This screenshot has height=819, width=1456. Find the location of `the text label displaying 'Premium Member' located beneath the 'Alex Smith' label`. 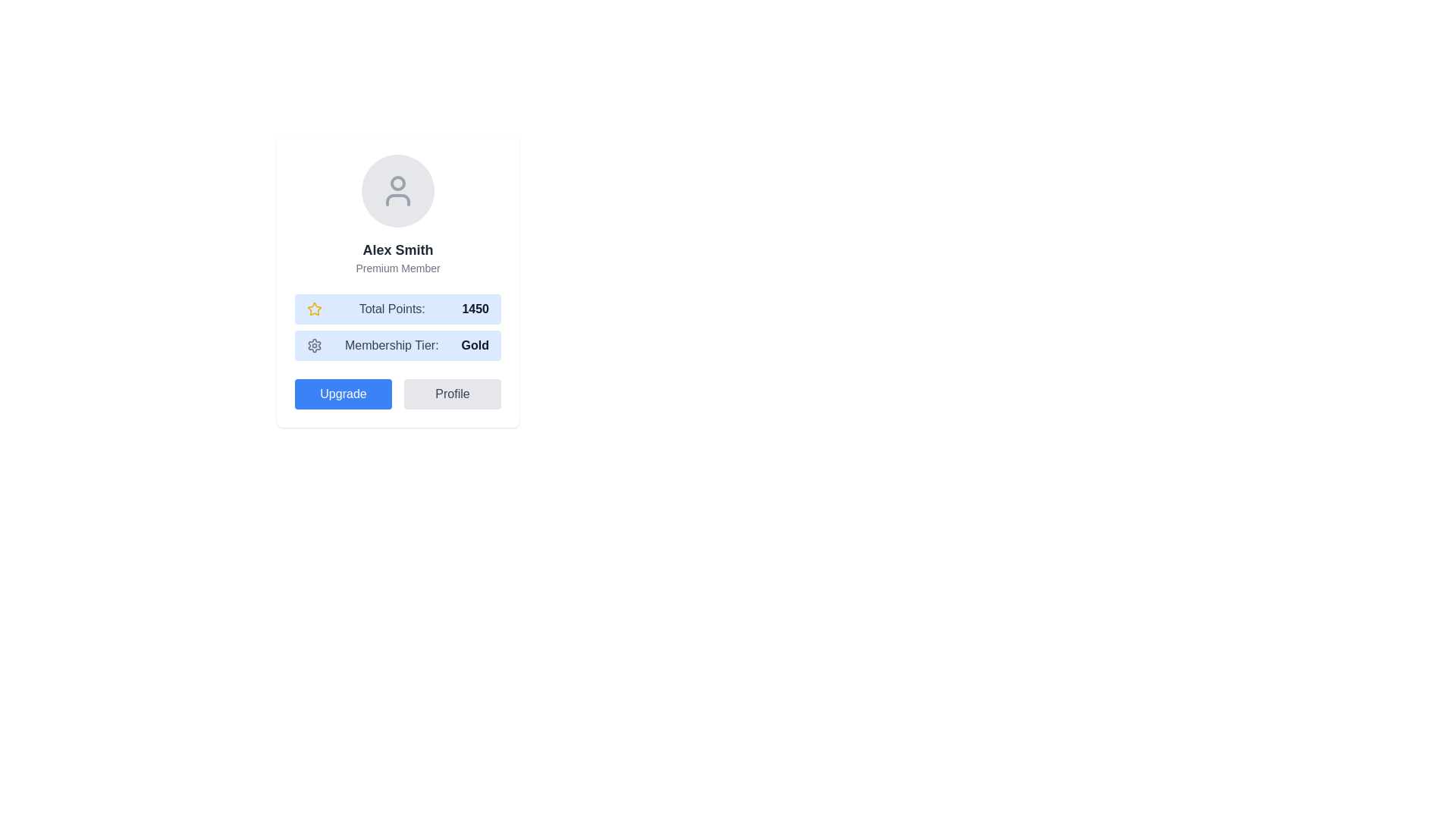

the text label displaying 'Premium Member' located beneath the 'Alex Smith' label is located at coordinates (397, 268).